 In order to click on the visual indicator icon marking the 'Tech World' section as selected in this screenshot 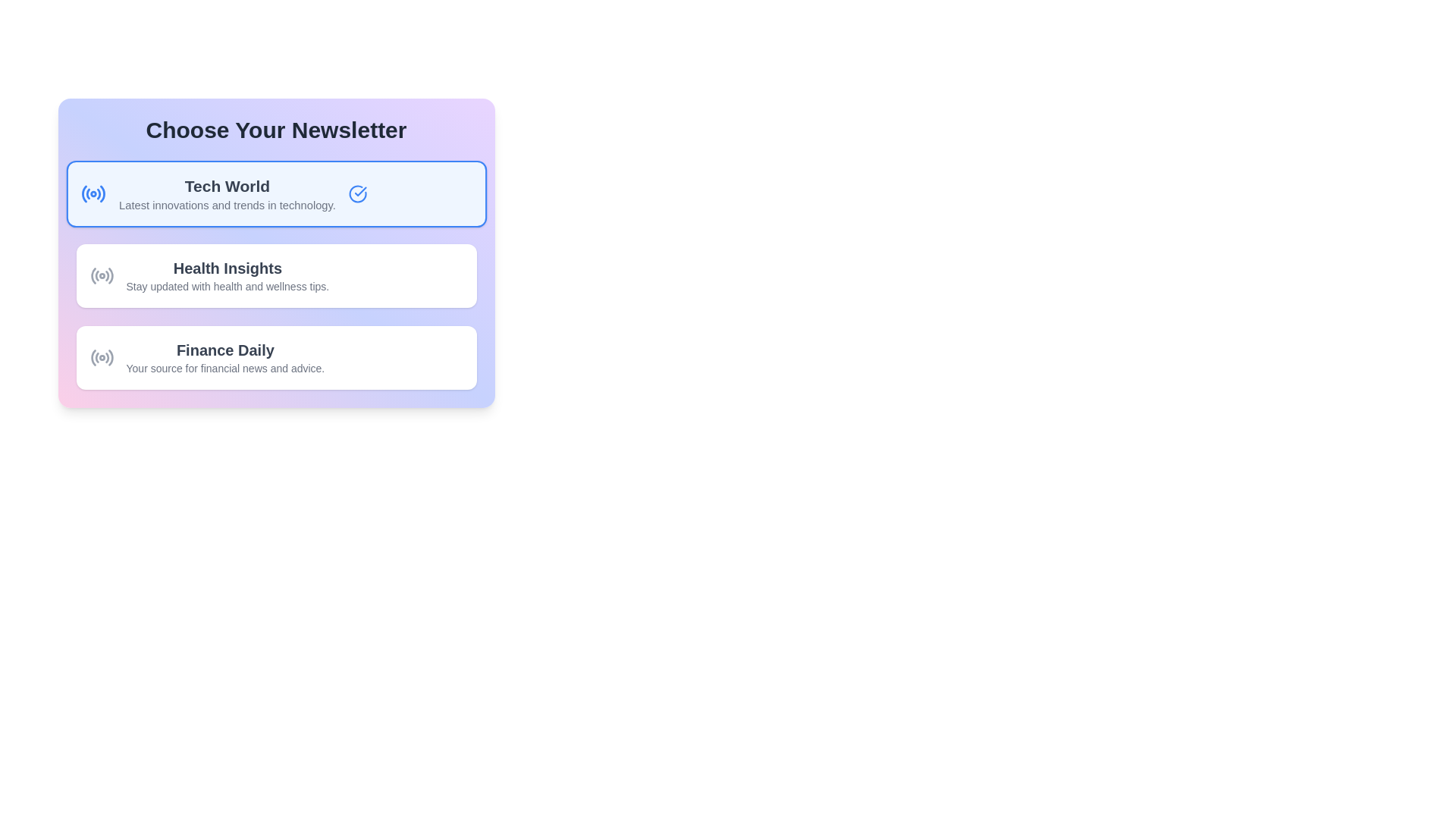, I will do `click(356, 193)`.